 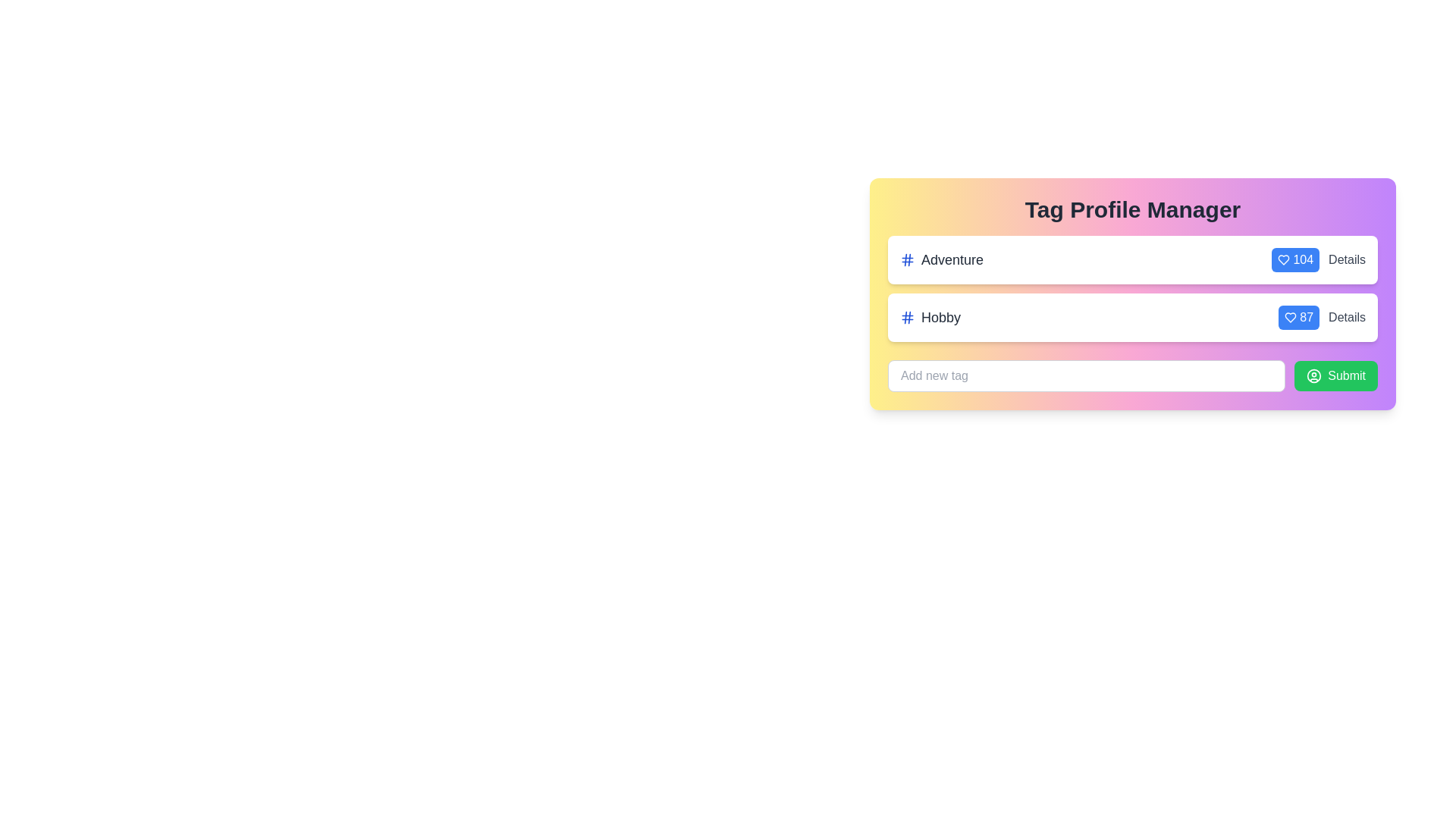 I want to click on the heart-shaped icon with a blue fill and white outline, located adjacent to the 'Adventure' label in the list item, so click(x=1290, y=317).